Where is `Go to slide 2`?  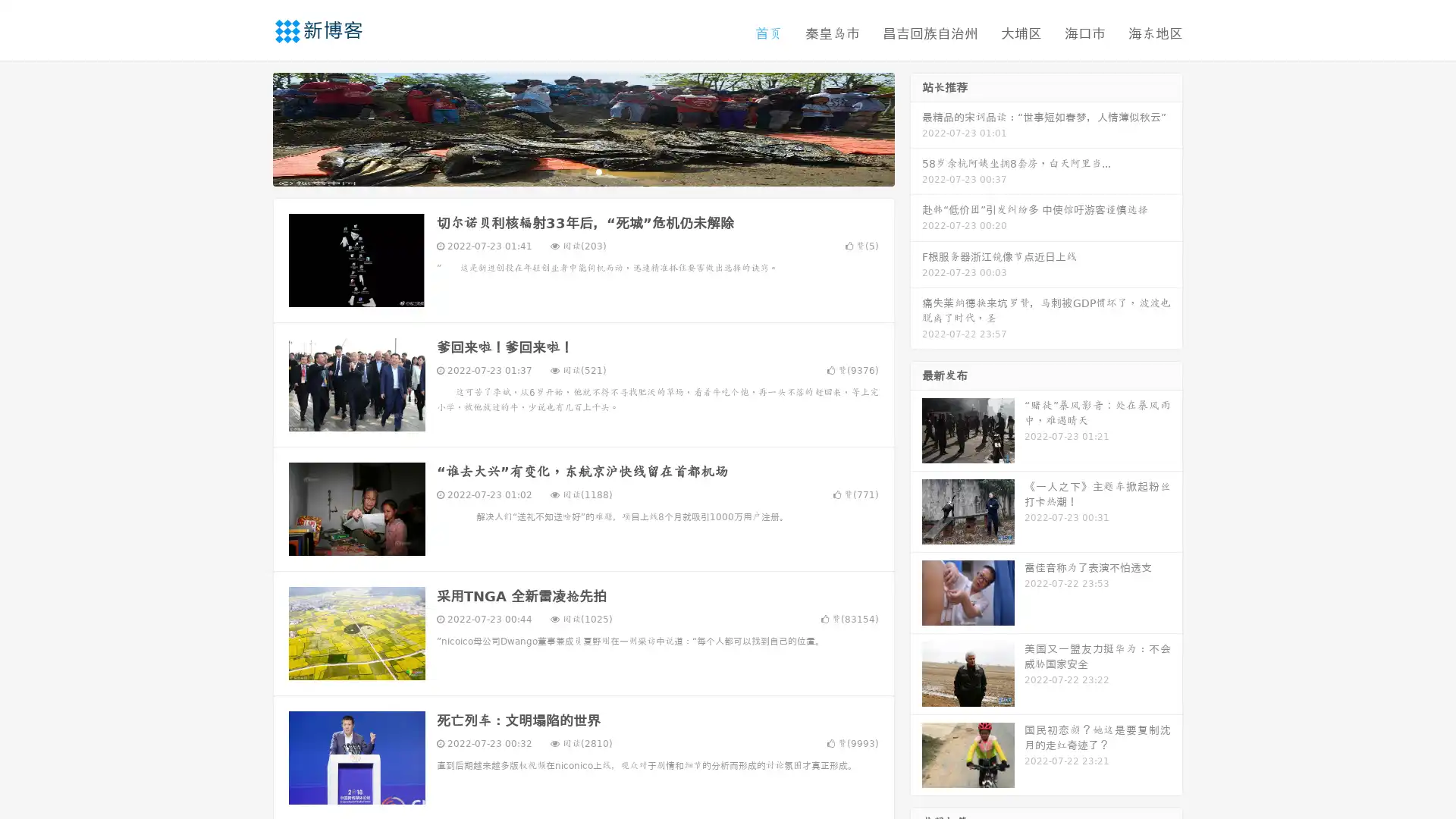
Go to slide 2 is located at coordinates (582, 171).